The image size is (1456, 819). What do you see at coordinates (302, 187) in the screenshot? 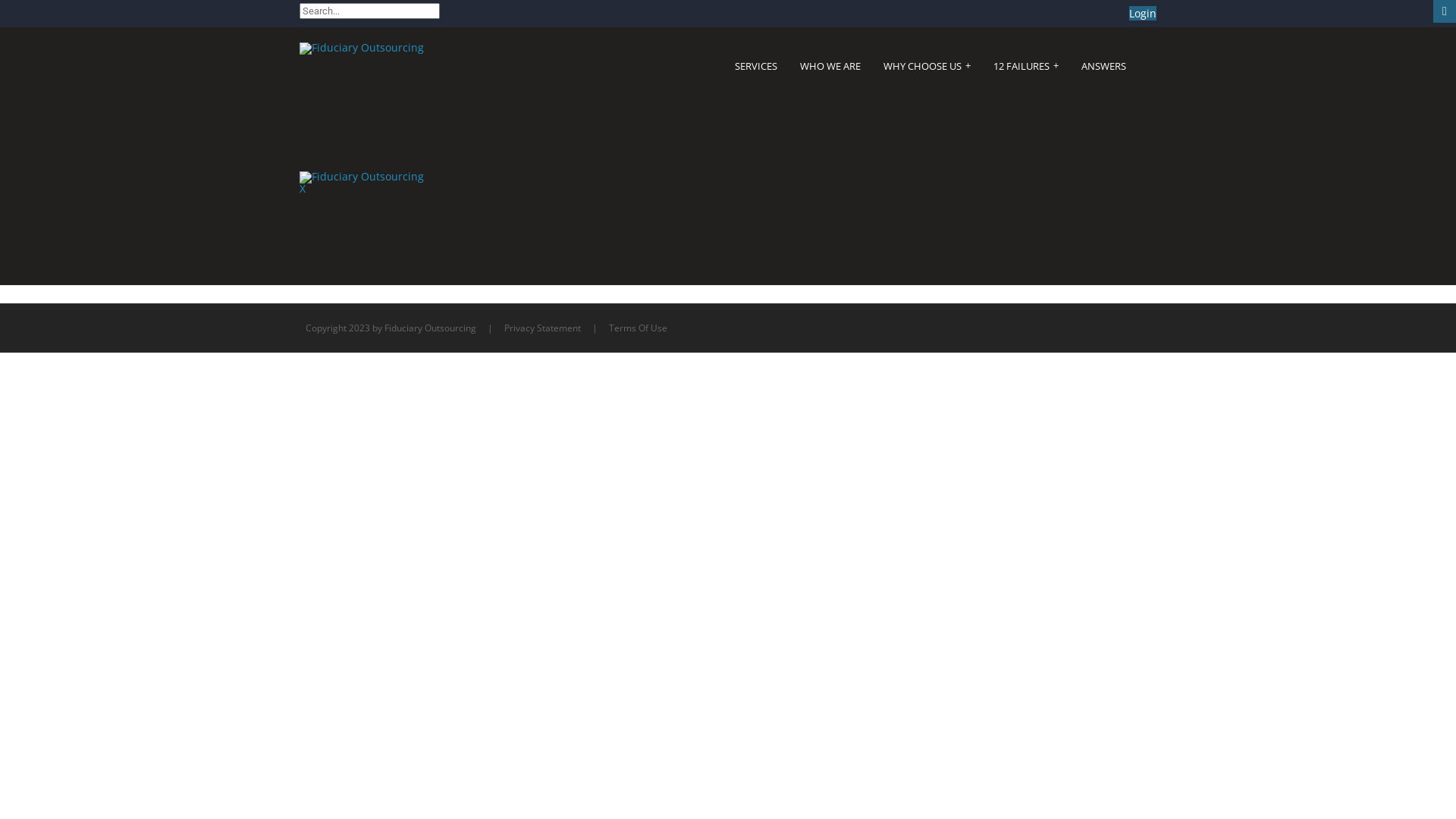
I see `'X'` at bounding box center [302, 187].